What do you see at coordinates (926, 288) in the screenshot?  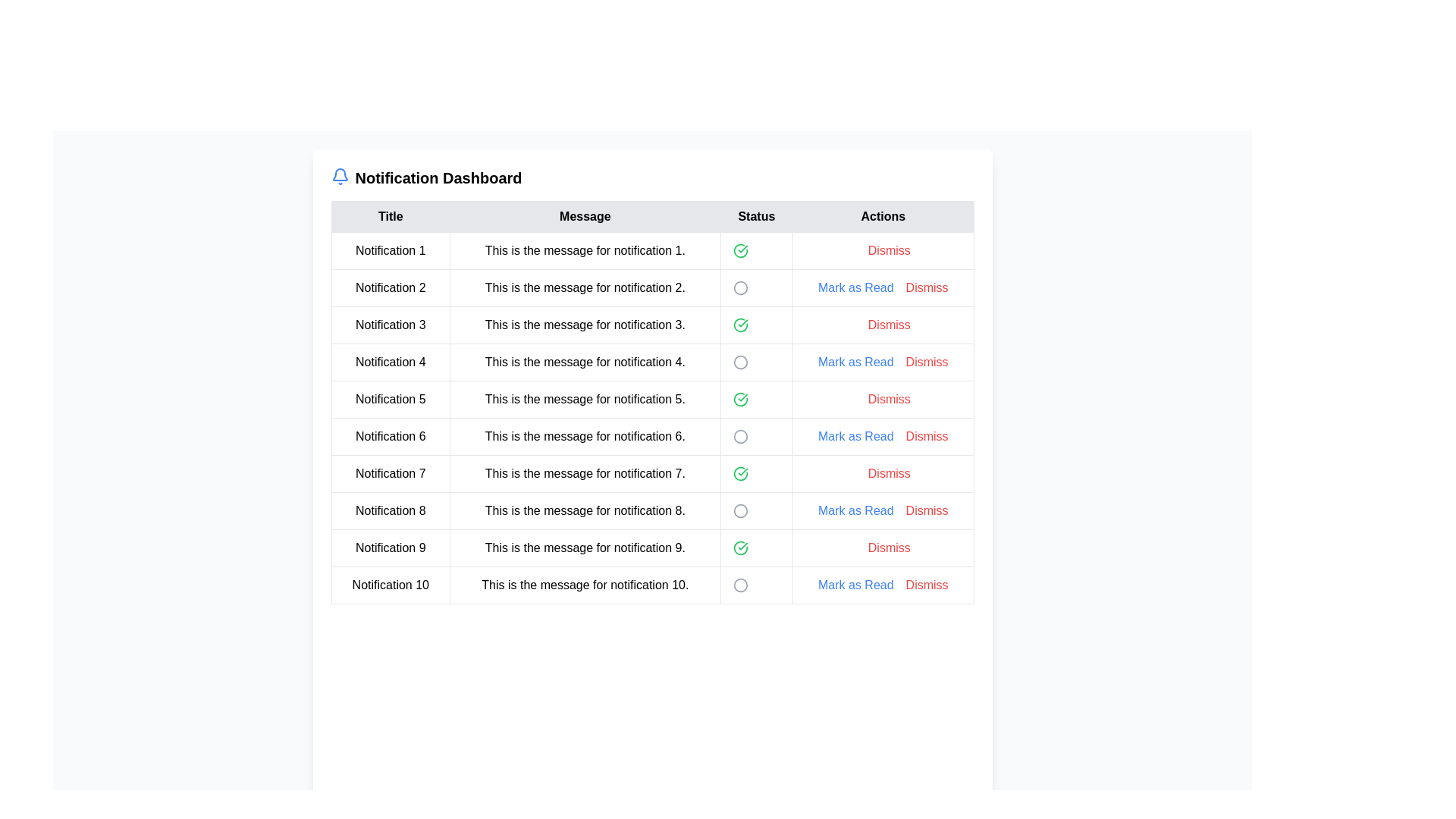 I see `the 'Dismiss' textual button styled in red font located in the 'Actions' column of the notification dashboard, specifically in the 'Notification 2' row, to underline the text` at bounding box center [926, 288].